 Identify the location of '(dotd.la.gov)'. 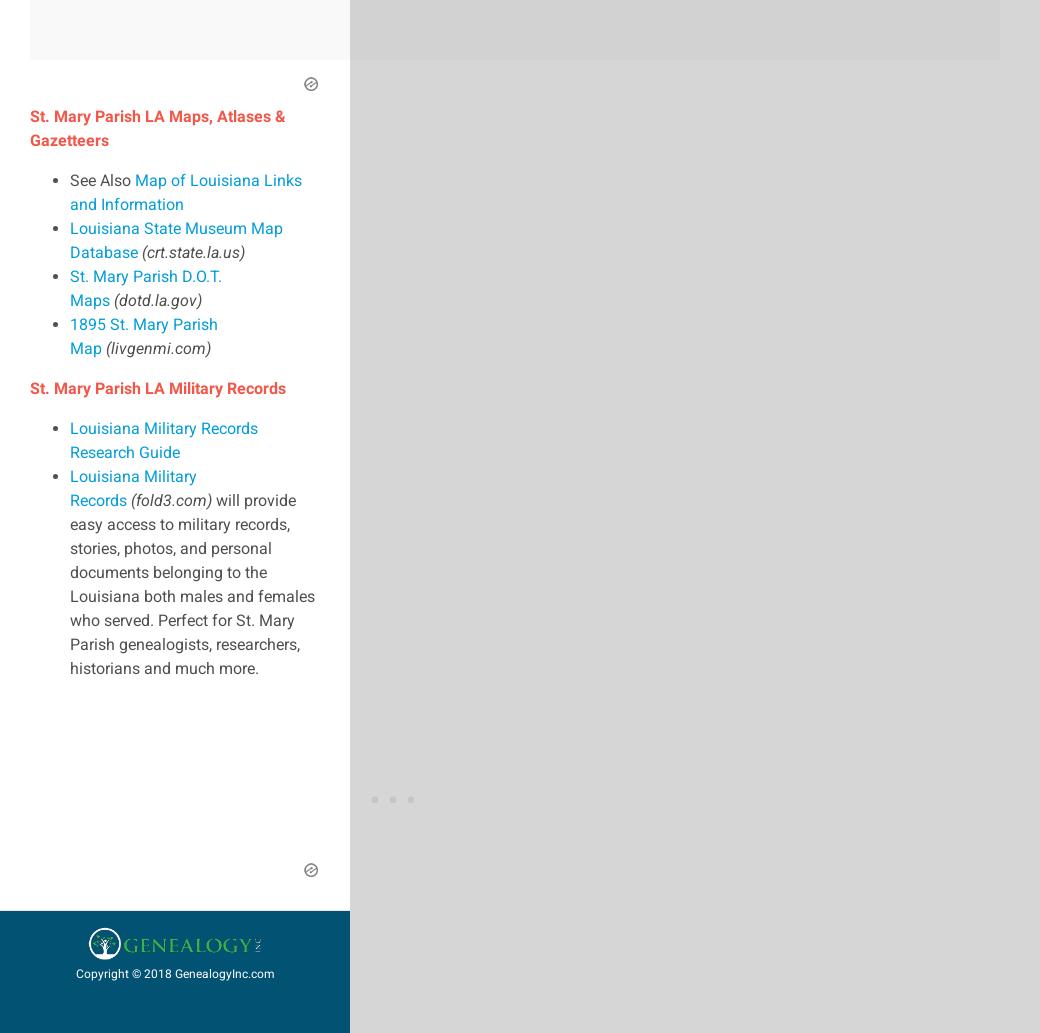
(157, 298).